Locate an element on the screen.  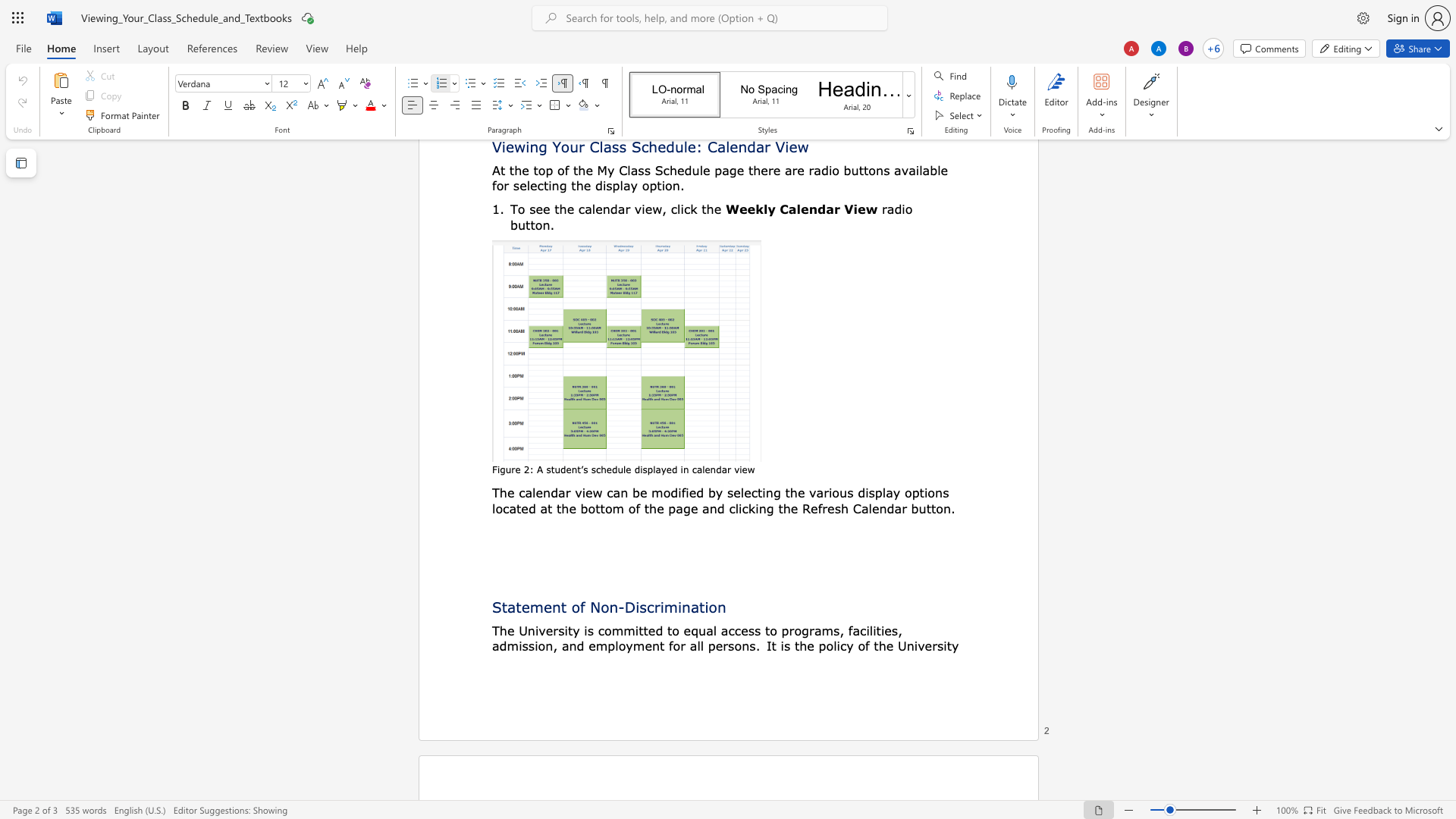
the space between the continuous character "o" and "p" in the text is located at coordinates (911, 492).